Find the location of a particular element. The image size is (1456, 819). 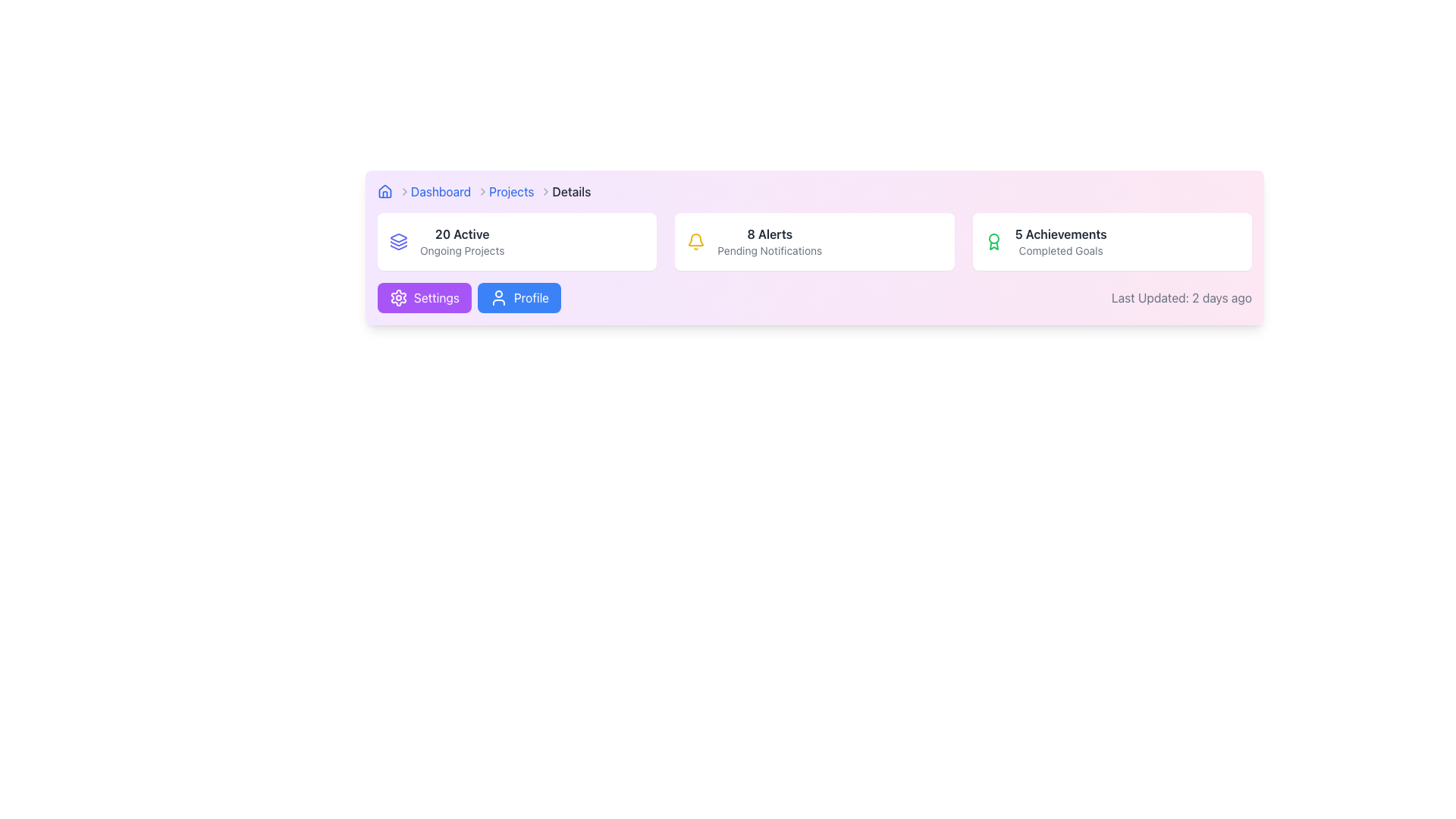

the settings icon represented by a cog or outer gear structure located at the top left corner of the interface is located at coordinates (399, 298).